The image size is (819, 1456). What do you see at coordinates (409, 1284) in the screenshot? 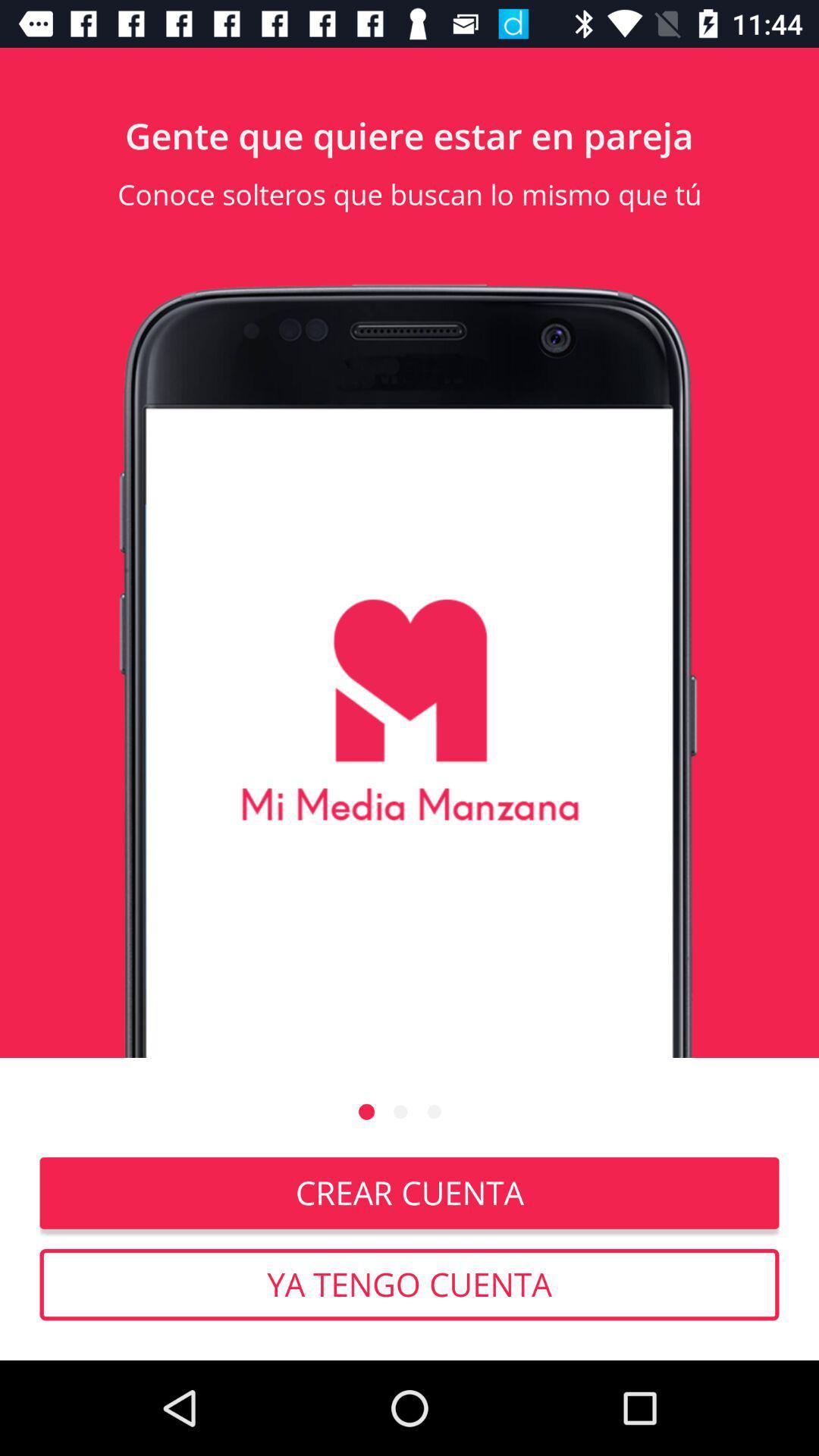
I see `icon below the crear cuenta item` at bounding box center [409, 1284].